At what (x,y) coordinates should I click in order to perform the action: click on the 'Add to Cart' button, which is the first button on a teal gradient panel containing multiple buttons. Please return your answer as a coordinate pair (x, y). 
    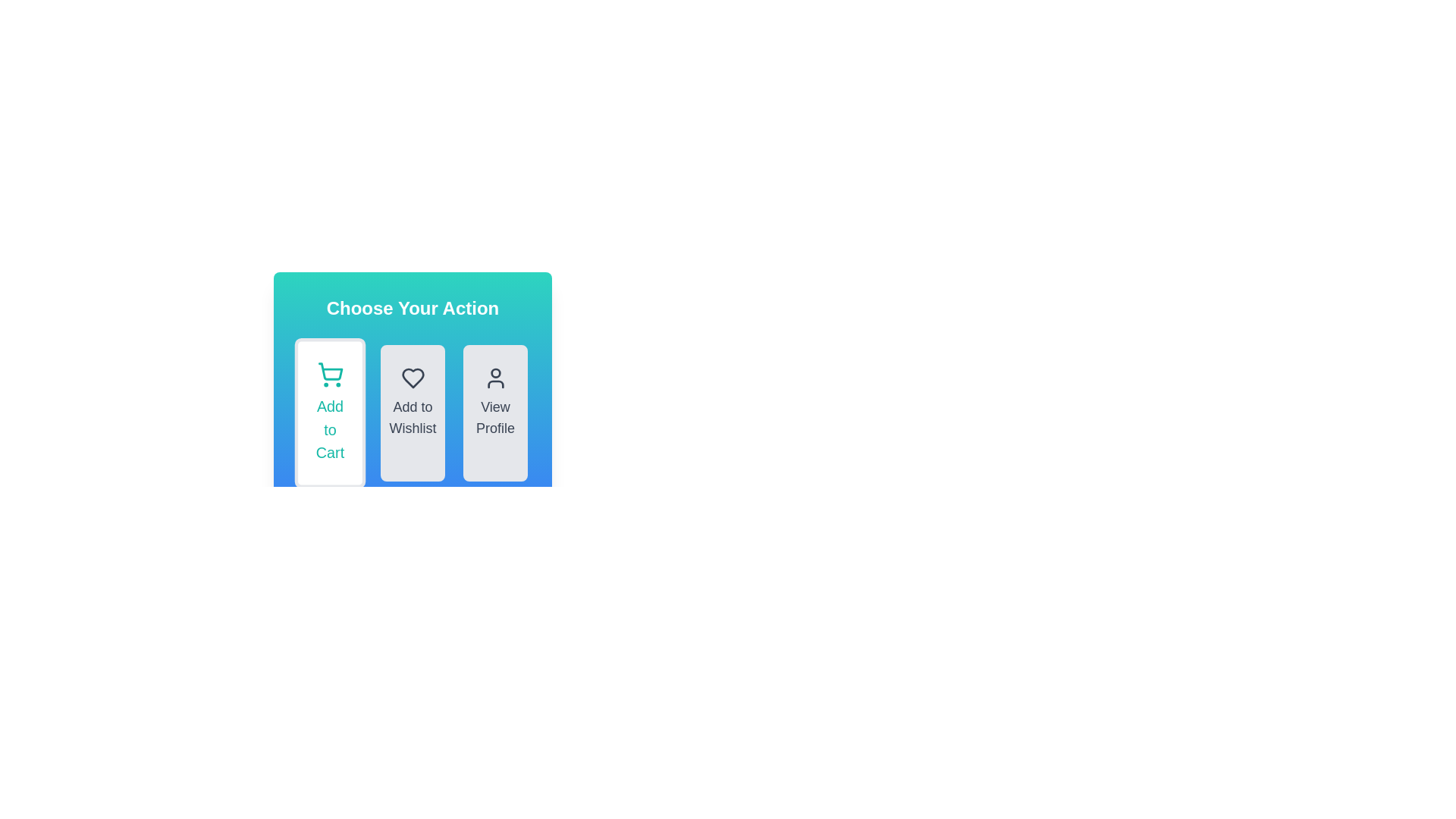
    Looking at the image, I should click on (413, 370).